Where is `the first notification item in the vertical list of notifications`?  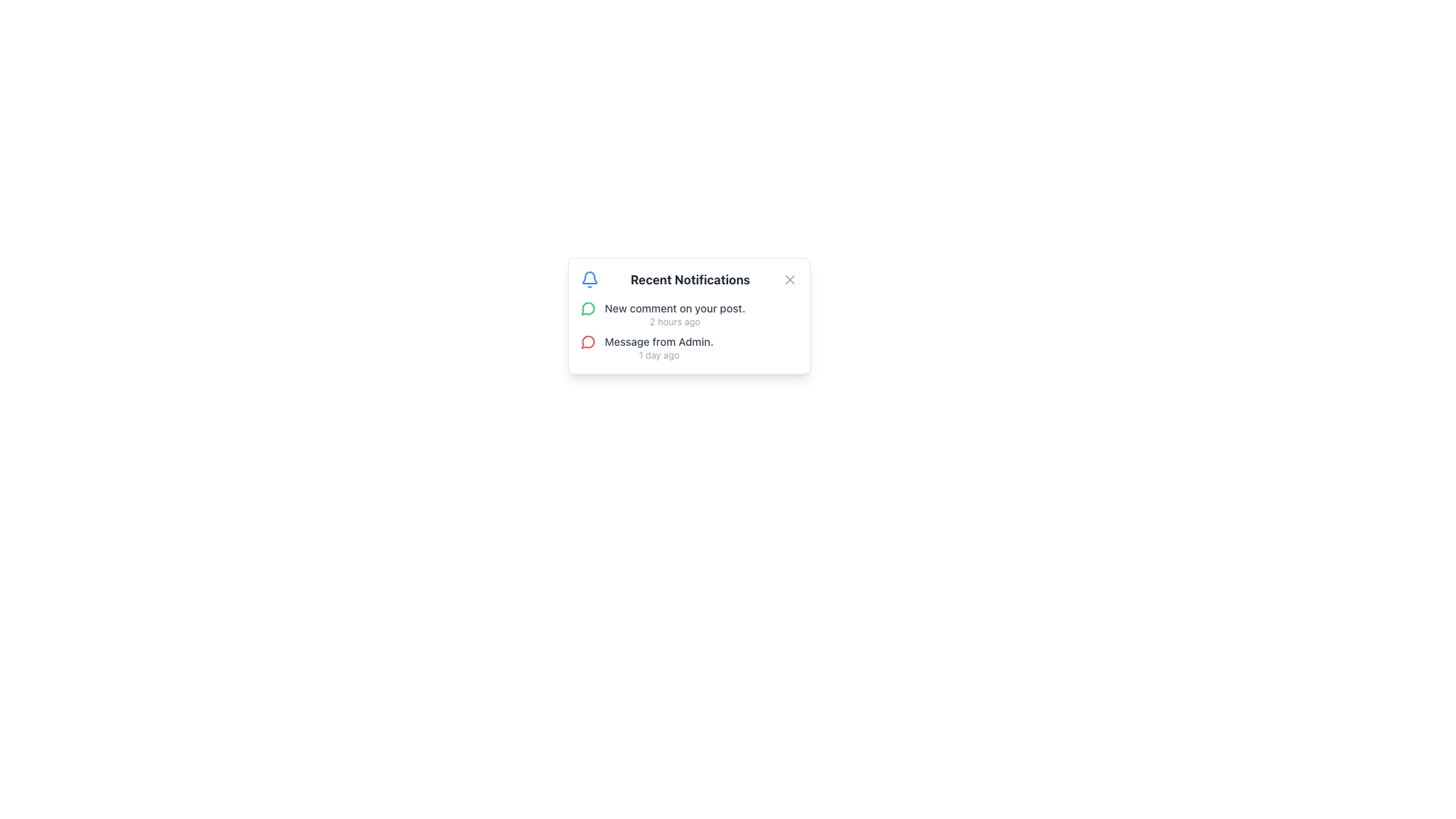
the first notification item in the vertical list of notifications is located at coordinates (688, 314).